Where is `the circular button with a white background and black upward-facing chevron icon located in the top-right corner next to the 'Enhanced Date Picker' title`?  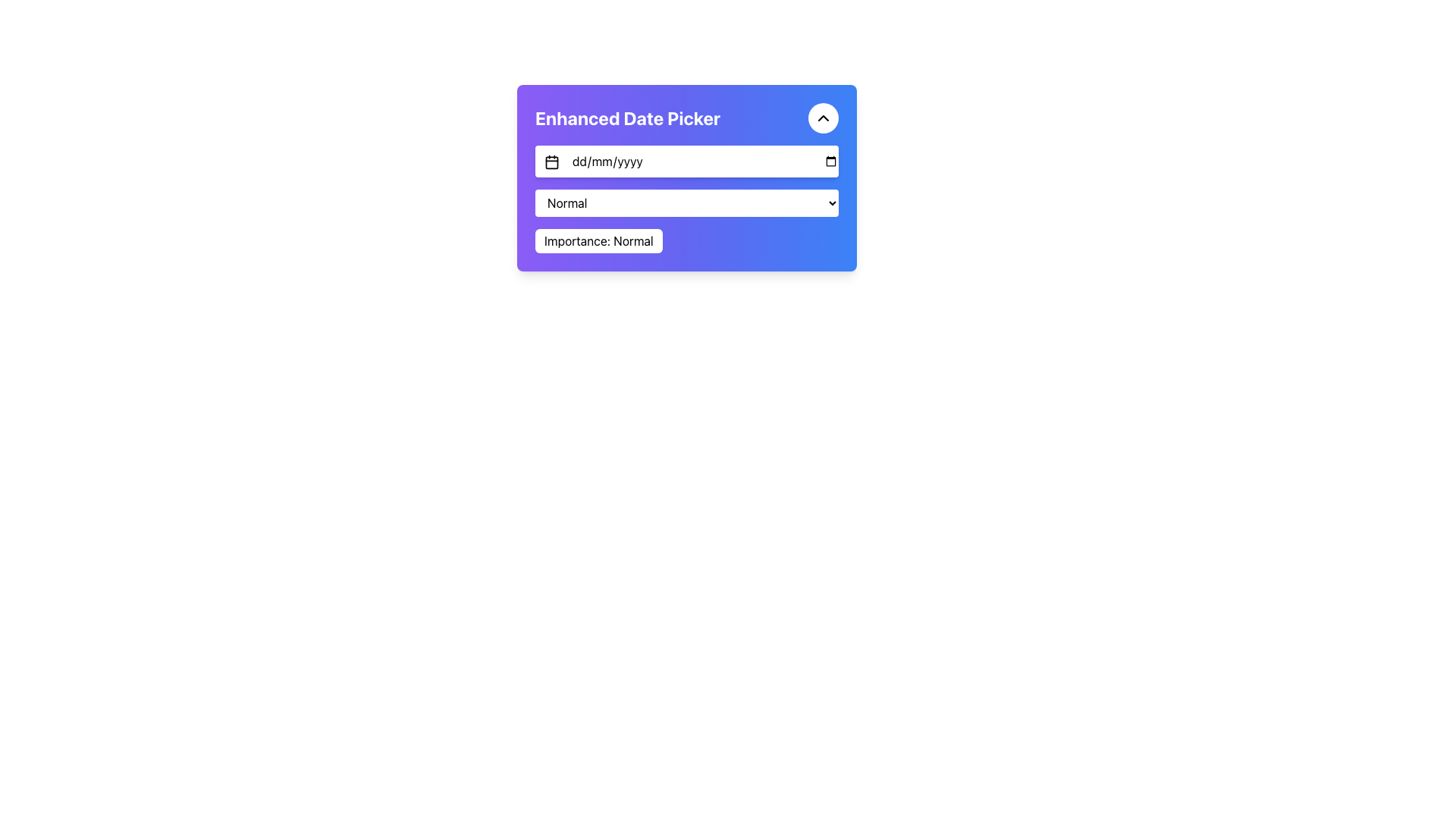
the circular button with a white background and black upward-facing chevron icon located in the top-right corner next to the 'Enhanced Date Picker' title is located at coordinates (822, 117).